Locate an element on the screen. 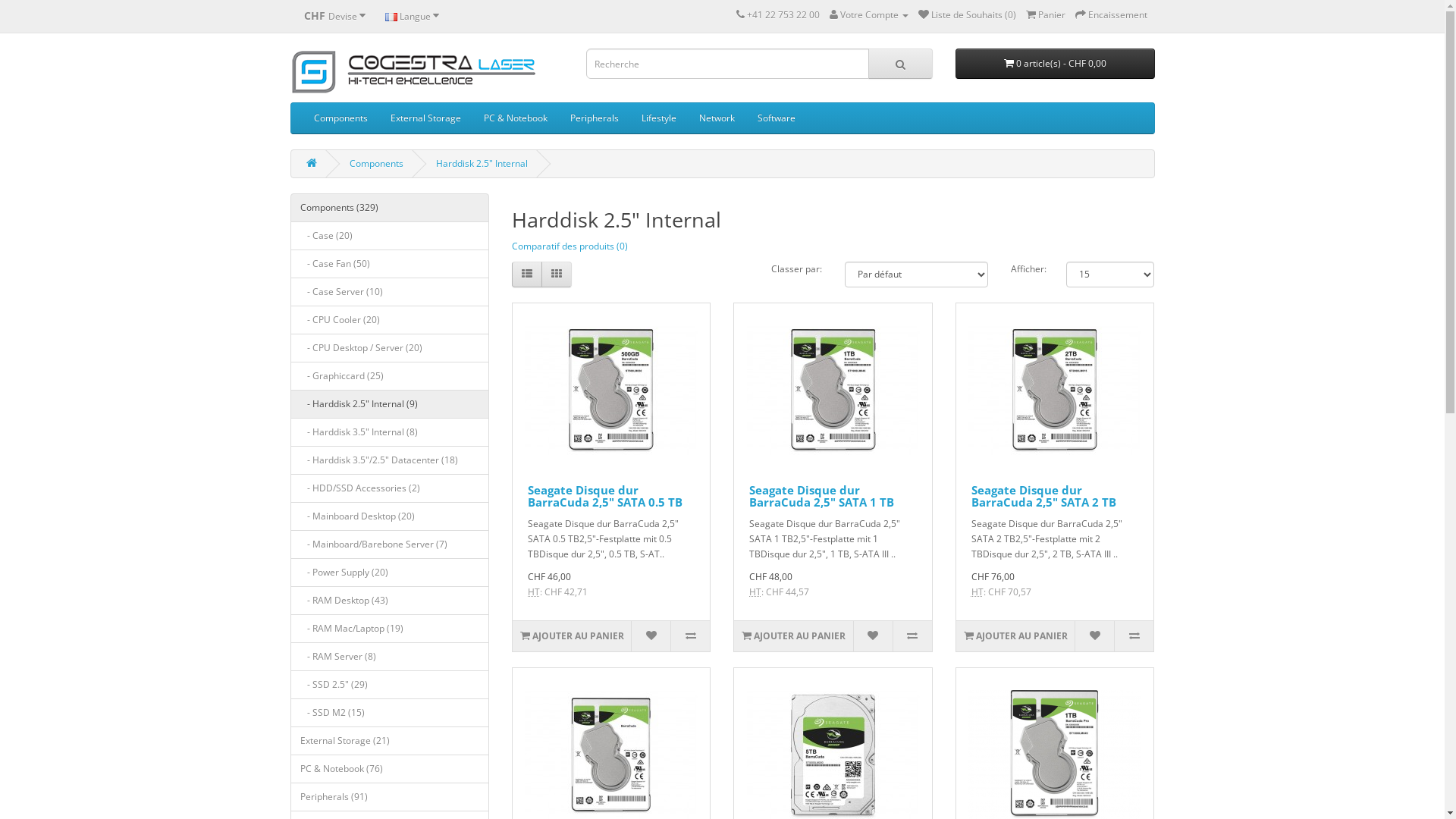 This screenshot has width=1456, height=819. 'Harddisk 2.5" Internal' is located at coordinates (435, 163).